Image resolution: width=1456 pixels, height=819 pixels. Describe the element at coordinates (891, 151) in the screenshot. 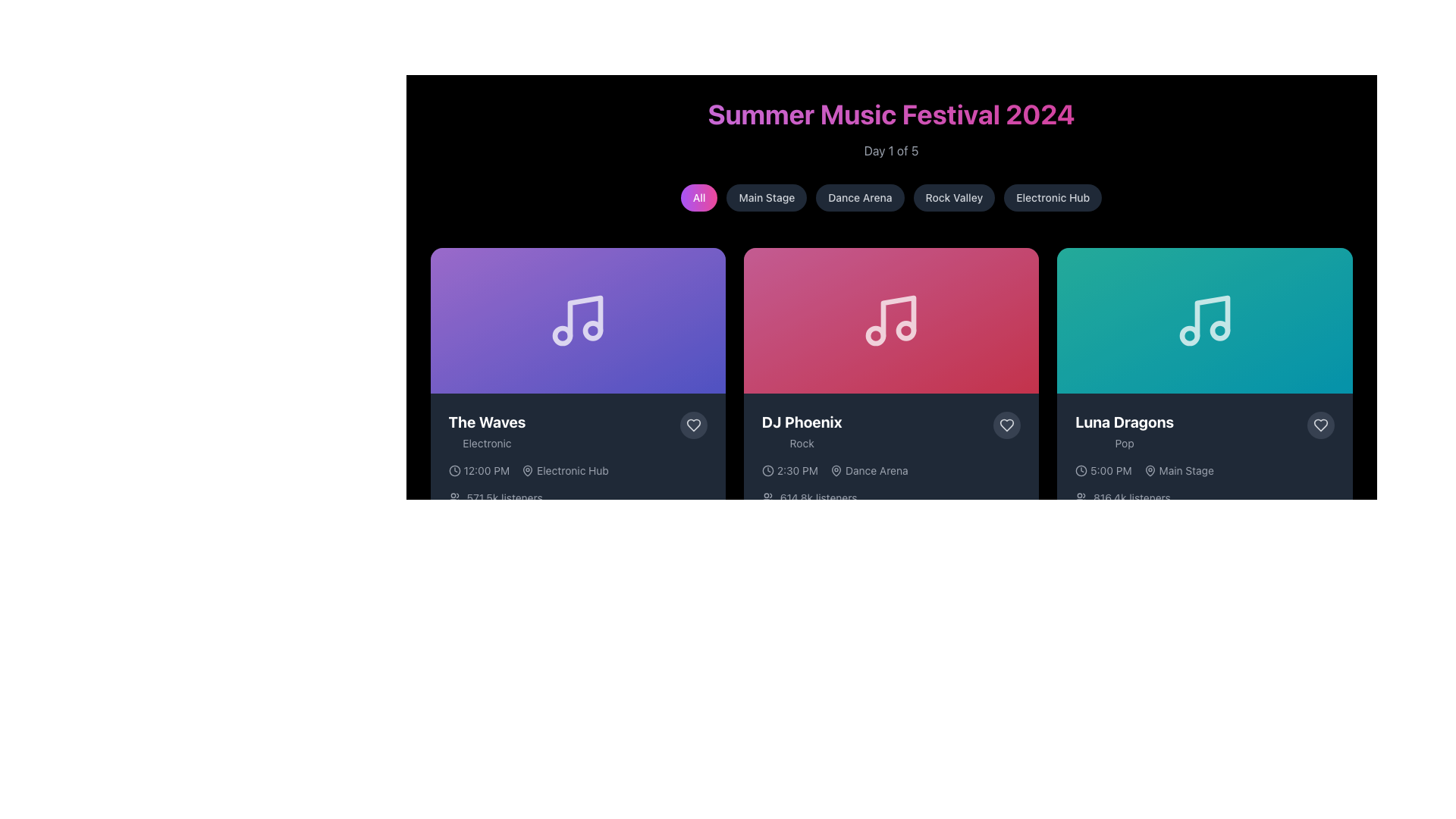

I see `the static text snippet reading 'Day 1 of 5', which is styled in gray and positioned centrally within the header area of the web interface, located below the main title 'Summer Music Festival 2024'` at that location.